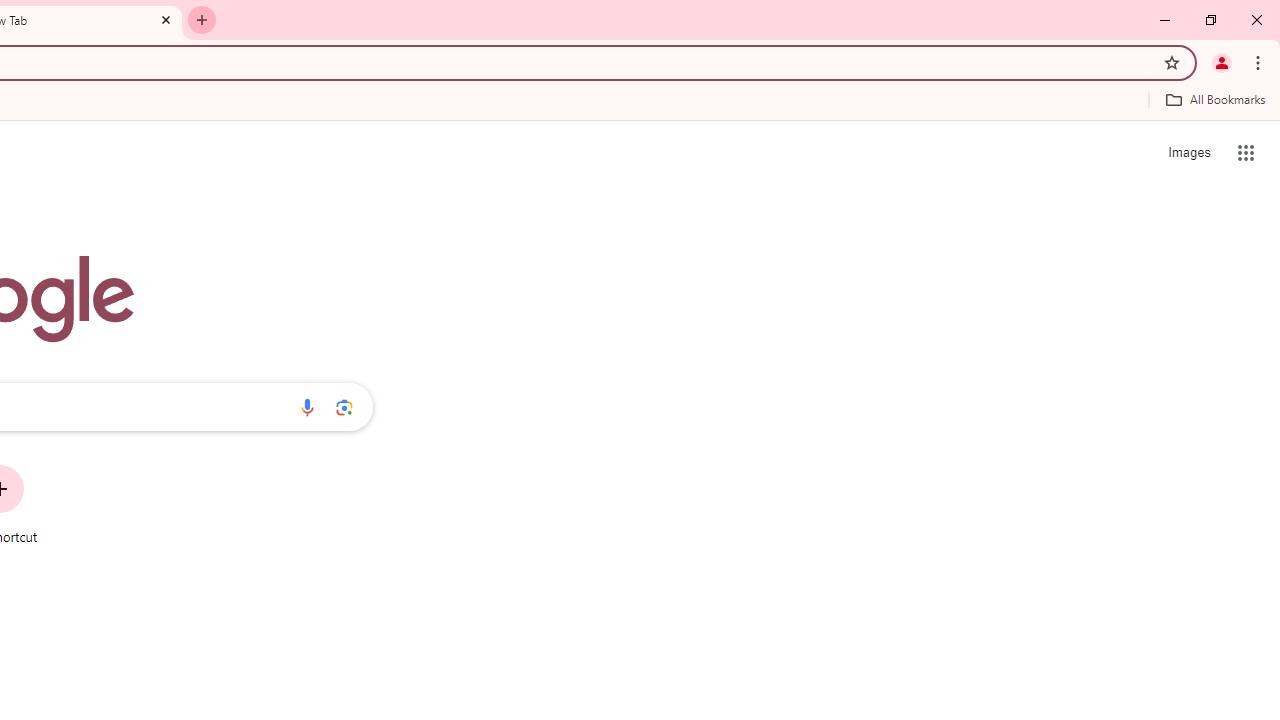 The height and width of the screenshot is (720, 1280). Describe the element at coordinates (1245, 152) in the screenshot. I see `'Google apps'` at that location.